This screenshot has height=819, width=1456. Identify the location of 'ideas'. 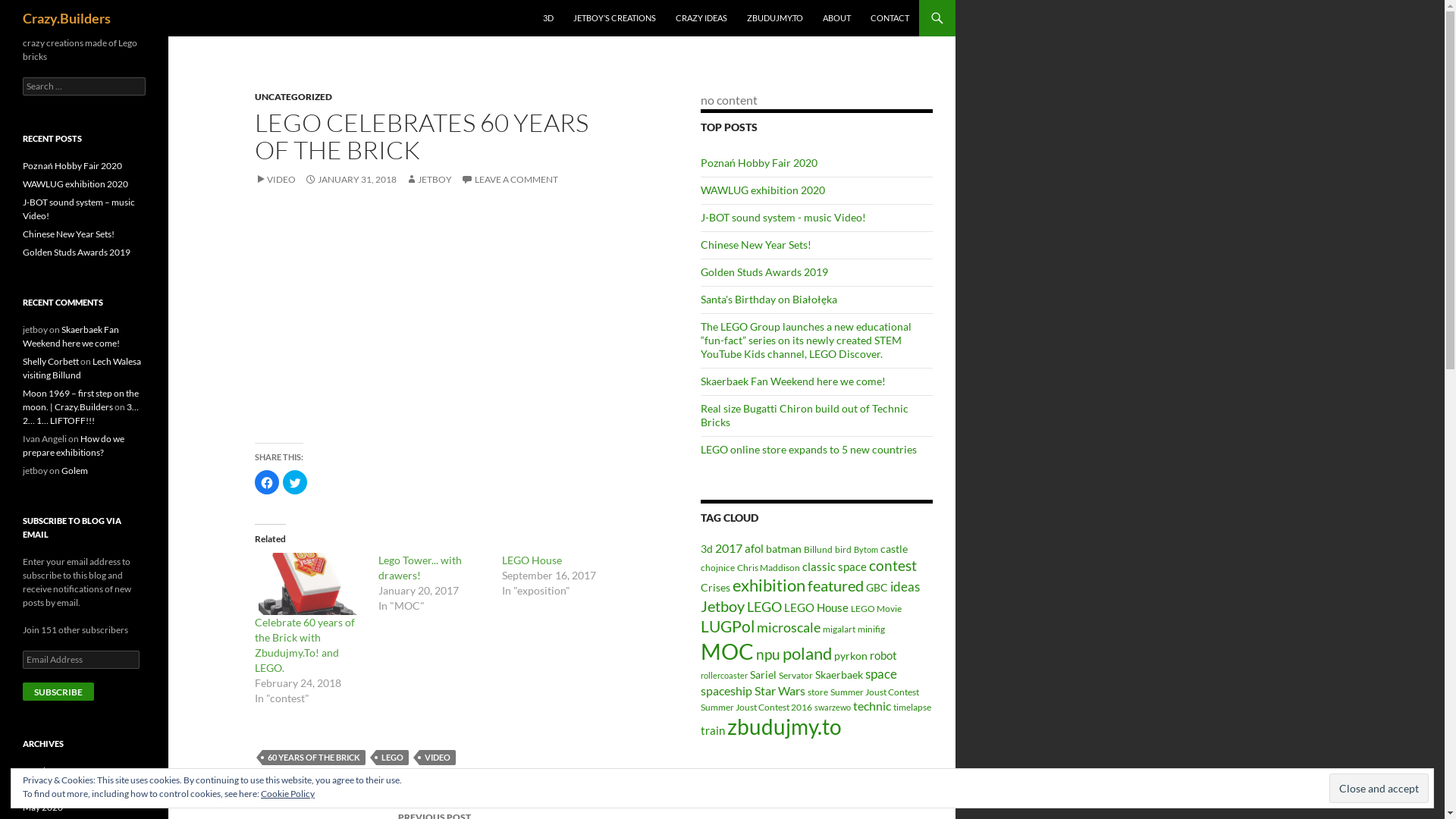
(890, 585).